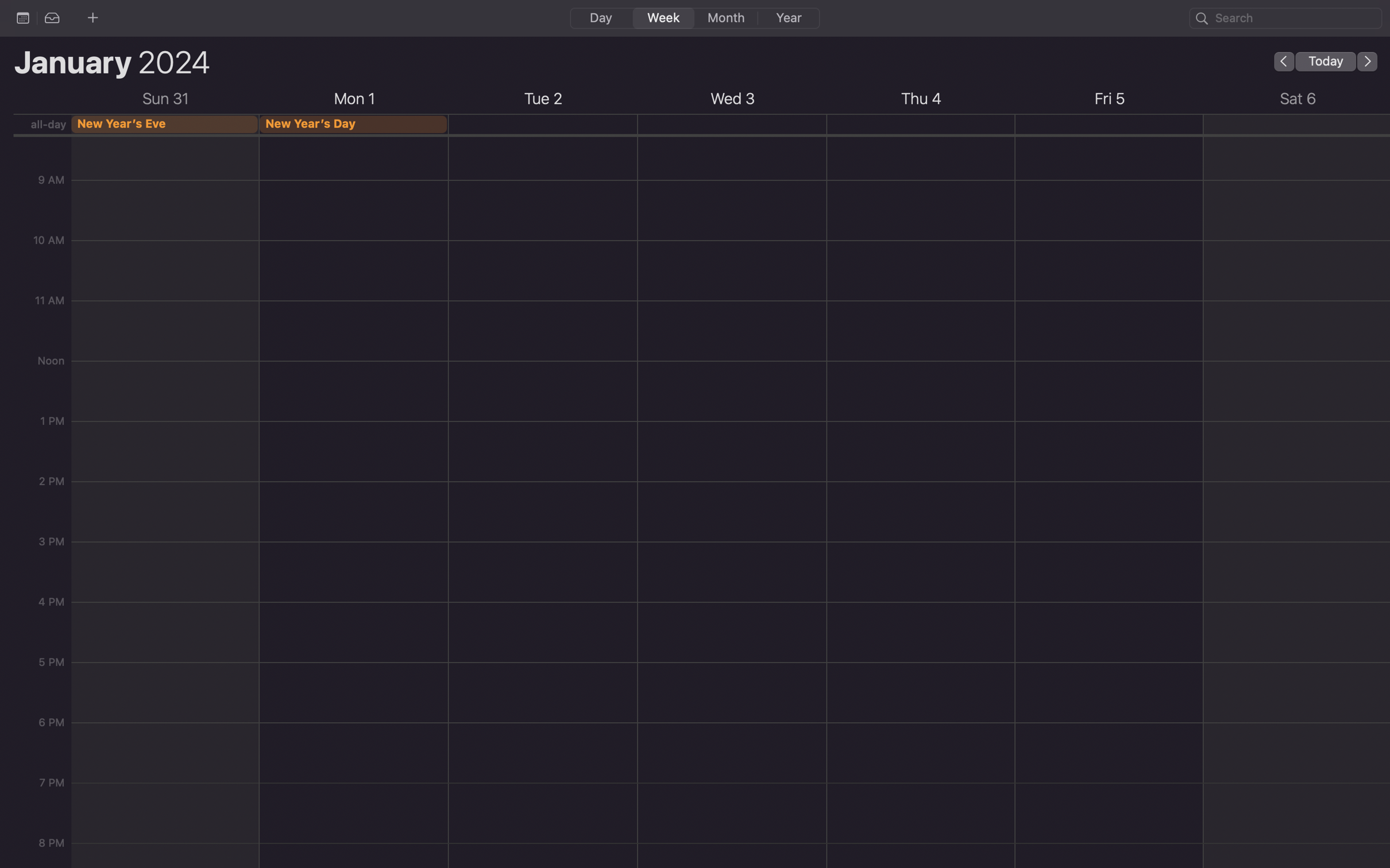 The height and width of the screenshot is (868, 1390). Describe the element at coordinates (354, 557) in the screenshot. I see `Schedule an event for 5 PM on Monday` at that location.